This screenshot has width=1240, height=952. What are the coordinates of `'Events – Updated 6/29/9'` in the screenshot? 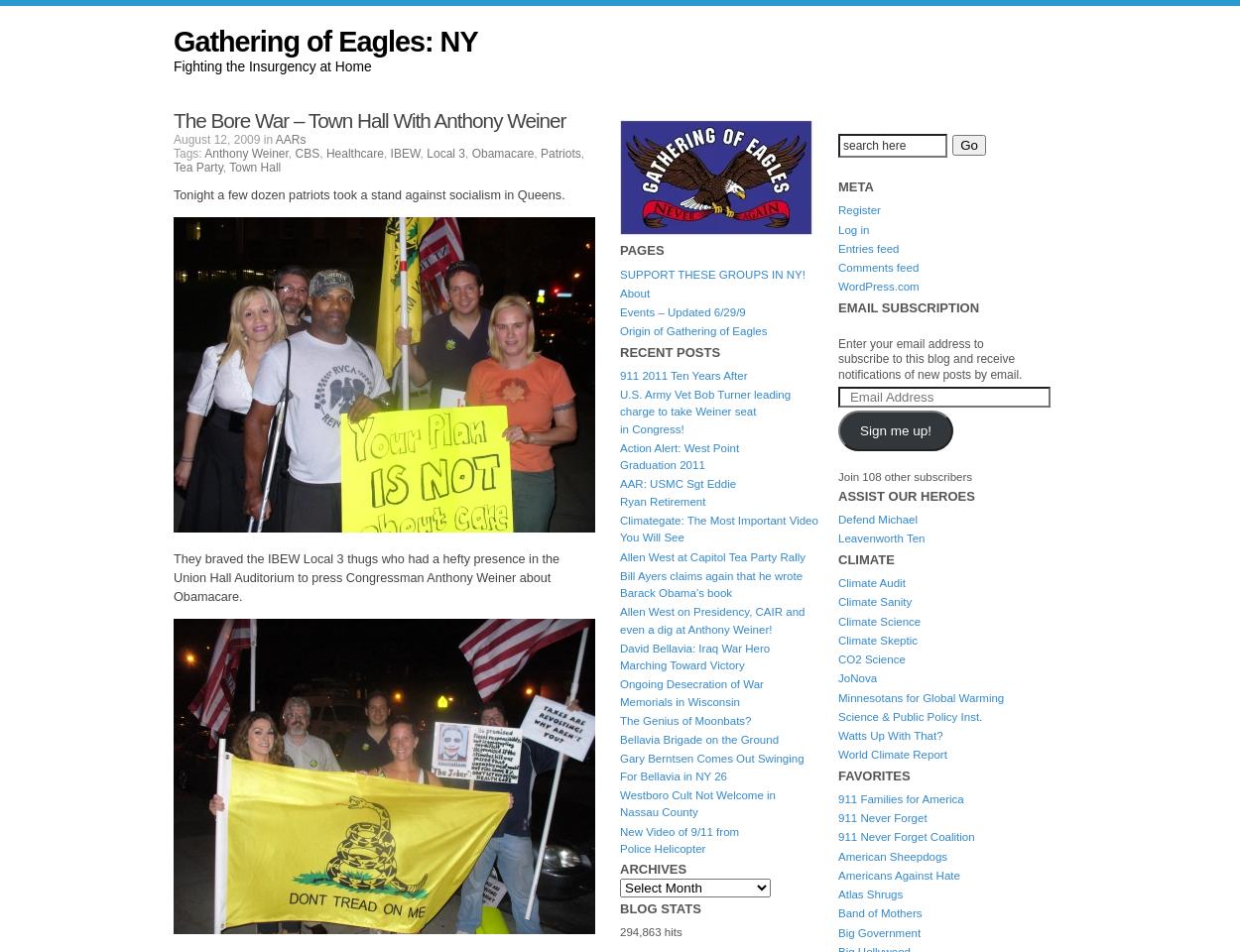 It's located at (682, 311).